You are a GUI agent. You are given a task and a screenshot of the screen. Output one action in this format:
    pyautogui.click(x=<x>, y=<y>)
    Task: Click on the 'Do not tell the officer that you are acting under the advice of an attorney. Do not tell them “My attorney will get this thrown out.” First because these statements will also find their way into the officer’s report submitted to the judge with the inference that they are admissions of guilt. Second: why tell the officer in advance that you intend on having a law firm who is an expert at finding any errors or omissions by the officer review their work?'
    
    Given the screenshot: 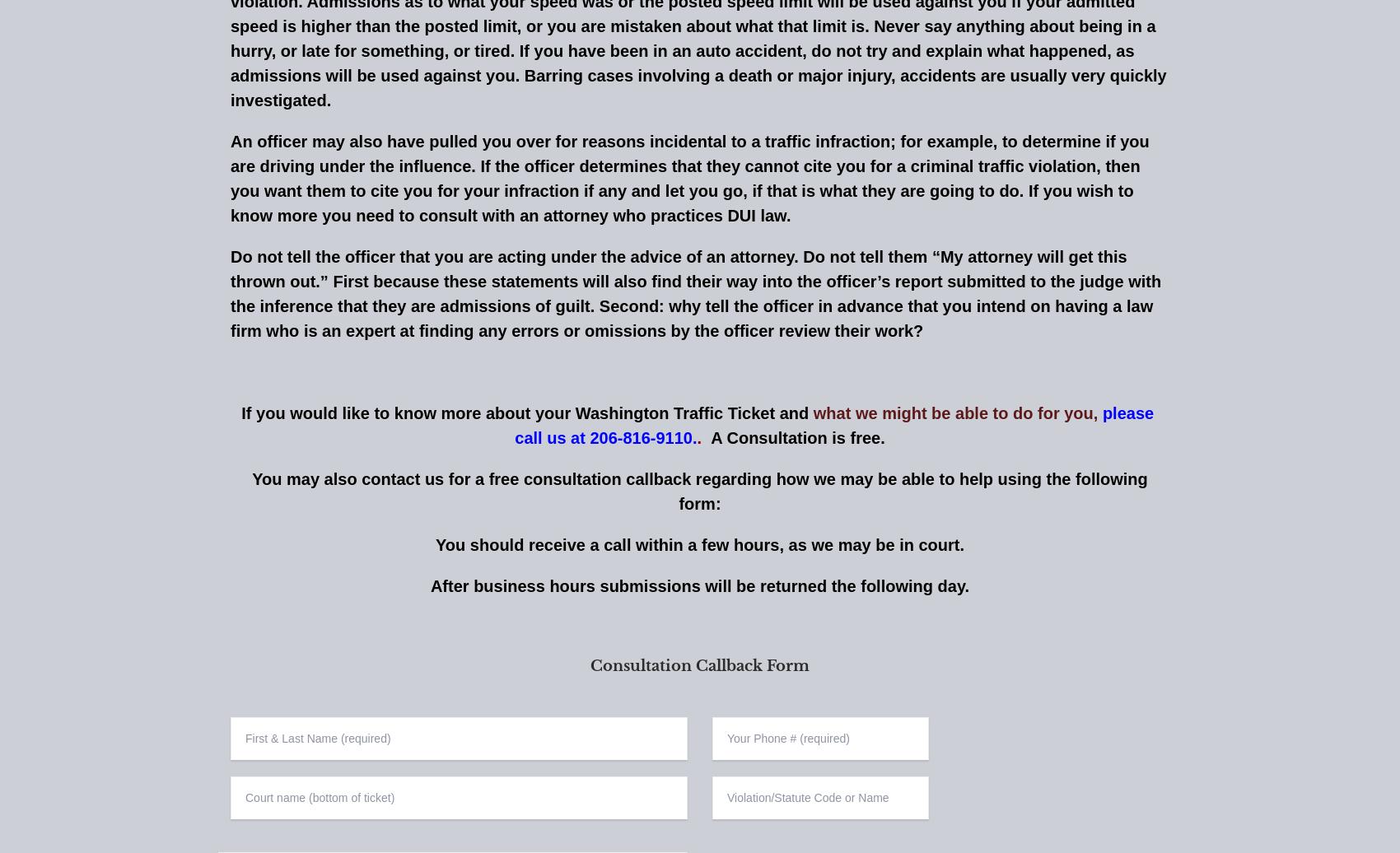 What is the action you would take?
    pyautogui.click(x=695, y=292)
    